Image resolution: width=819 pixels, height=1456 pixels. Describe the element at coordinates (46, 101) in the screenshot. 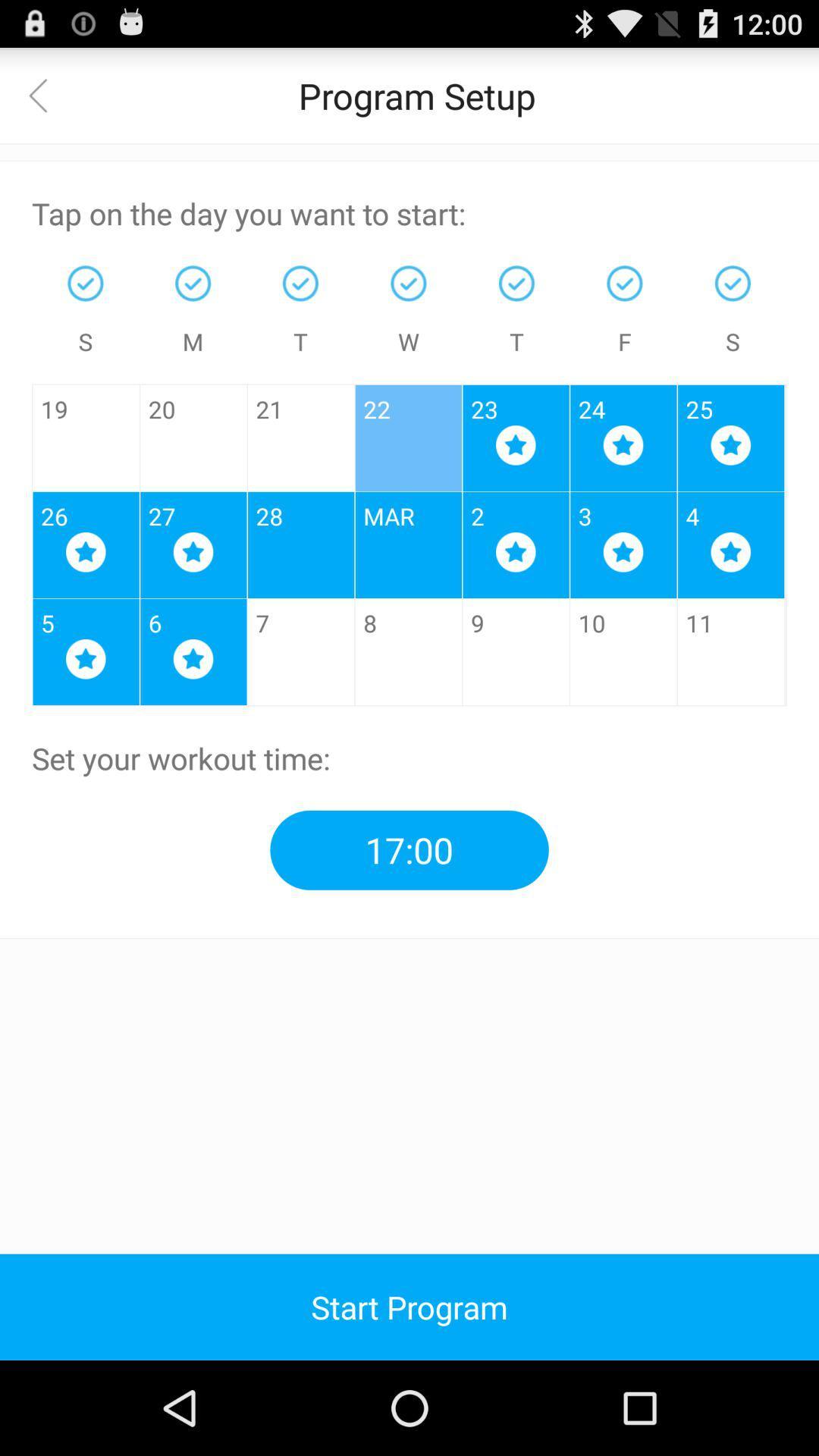

I see `the arrow_backward icon` at that location.